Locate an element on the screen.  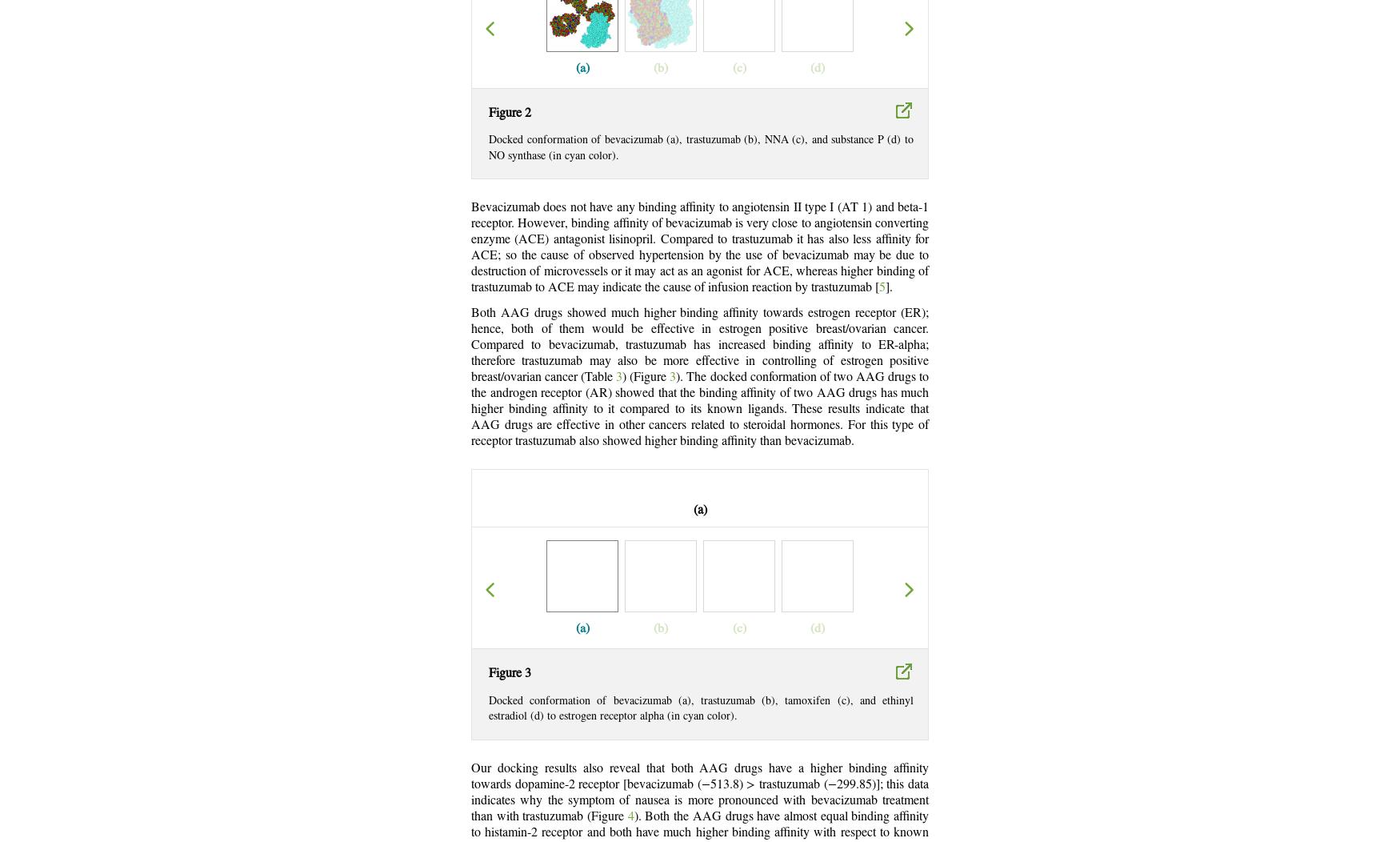
'). The docked conformation of two AAG drugs to the androgen receptor (AR) showed that the binding affinity of two AAG drugs has much higher binding affinity to it compared to its known ligands. These results indicate that AAG drugs are effective in other cancers related to steroidal hormones. For this type of receptor trastuzumab also showed higher binding affinity than bevacizumab.' is located at coordinates (700, 409).